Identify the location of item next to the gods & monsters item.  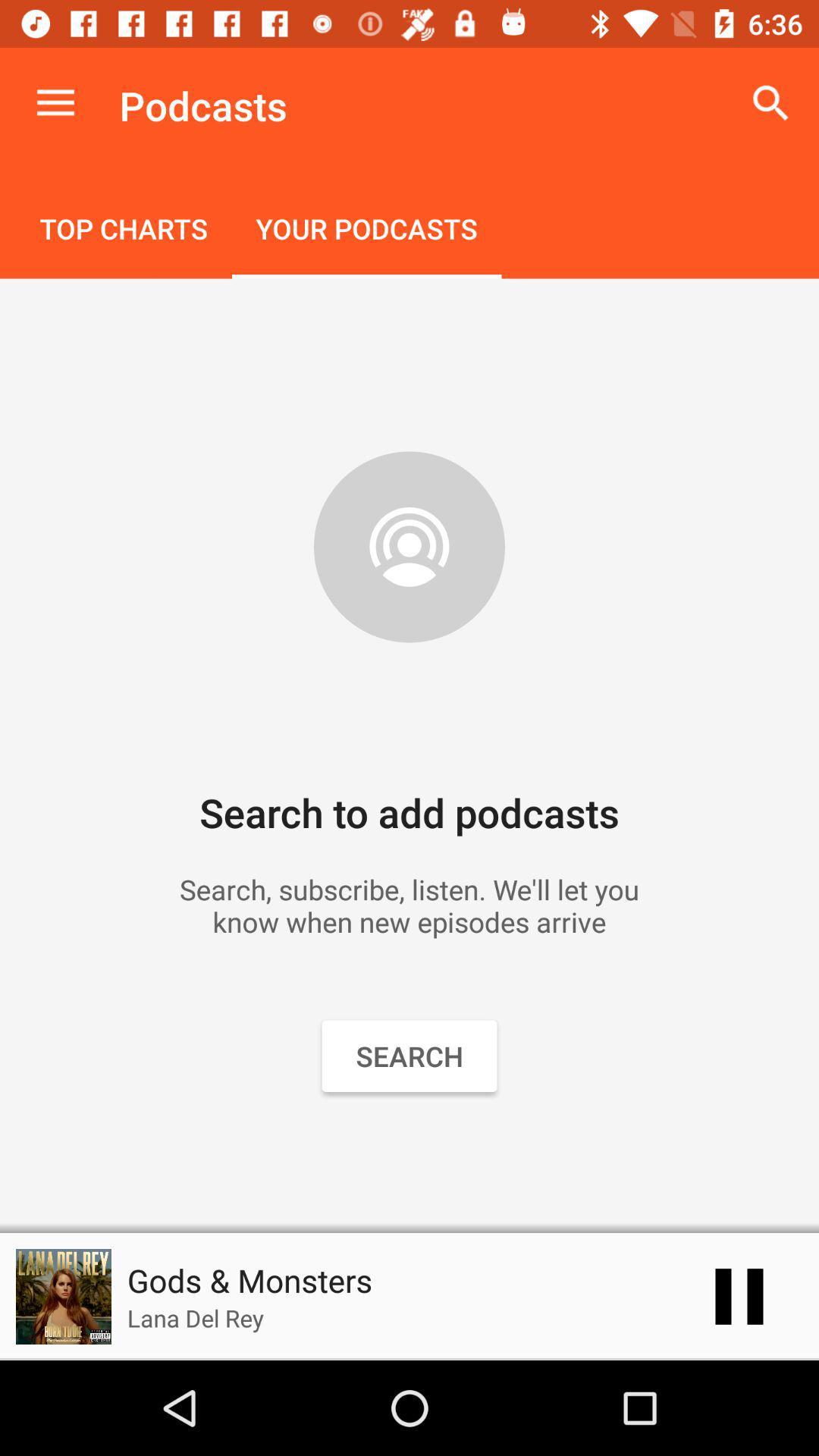
(739, 1295).